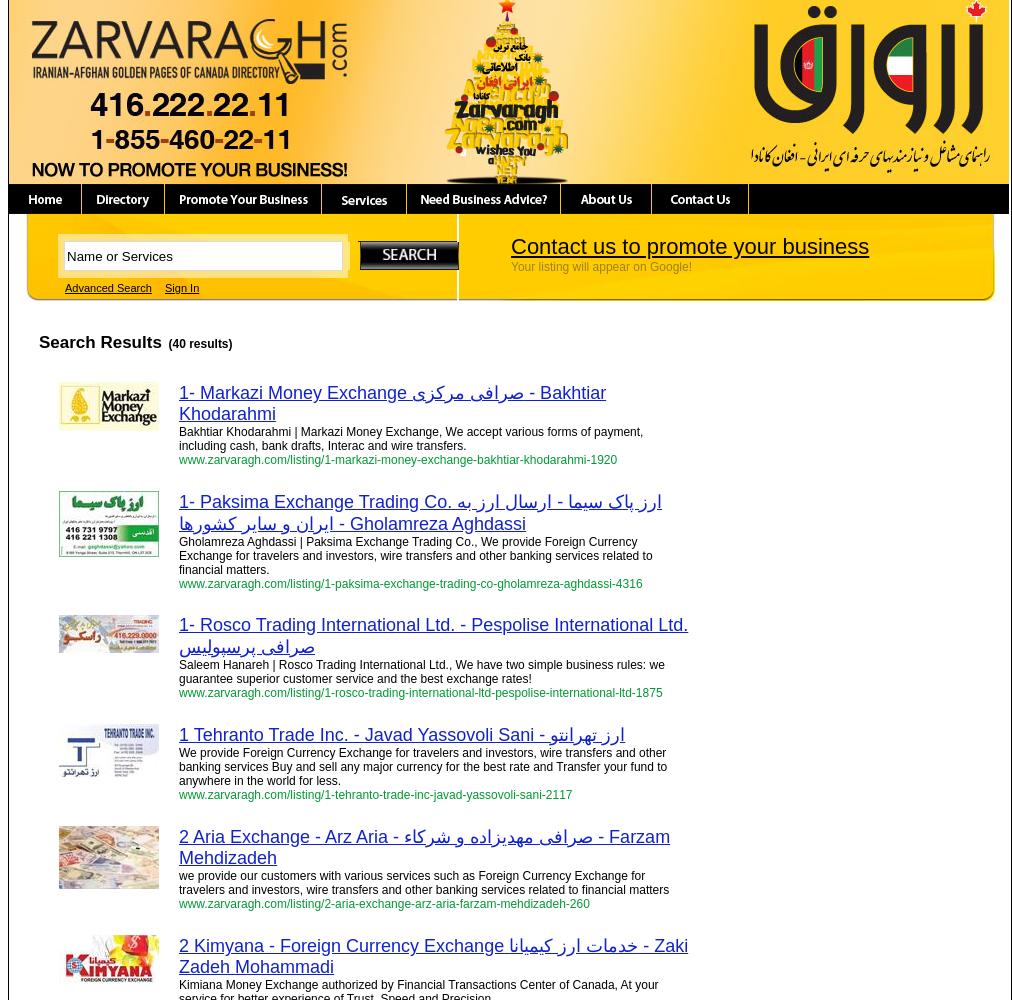 Image resolution: width=1012 pixels, height=1000 pixels. What do you see at coordinates (410, 438) in the screenshot?
I see `'Bakhtiar Khodarahmi | Markazi Money Exchange, We accept various forms of payment, including cash, bank drafts, Interac and wire transfers.'` at bounding box center [410, 438].